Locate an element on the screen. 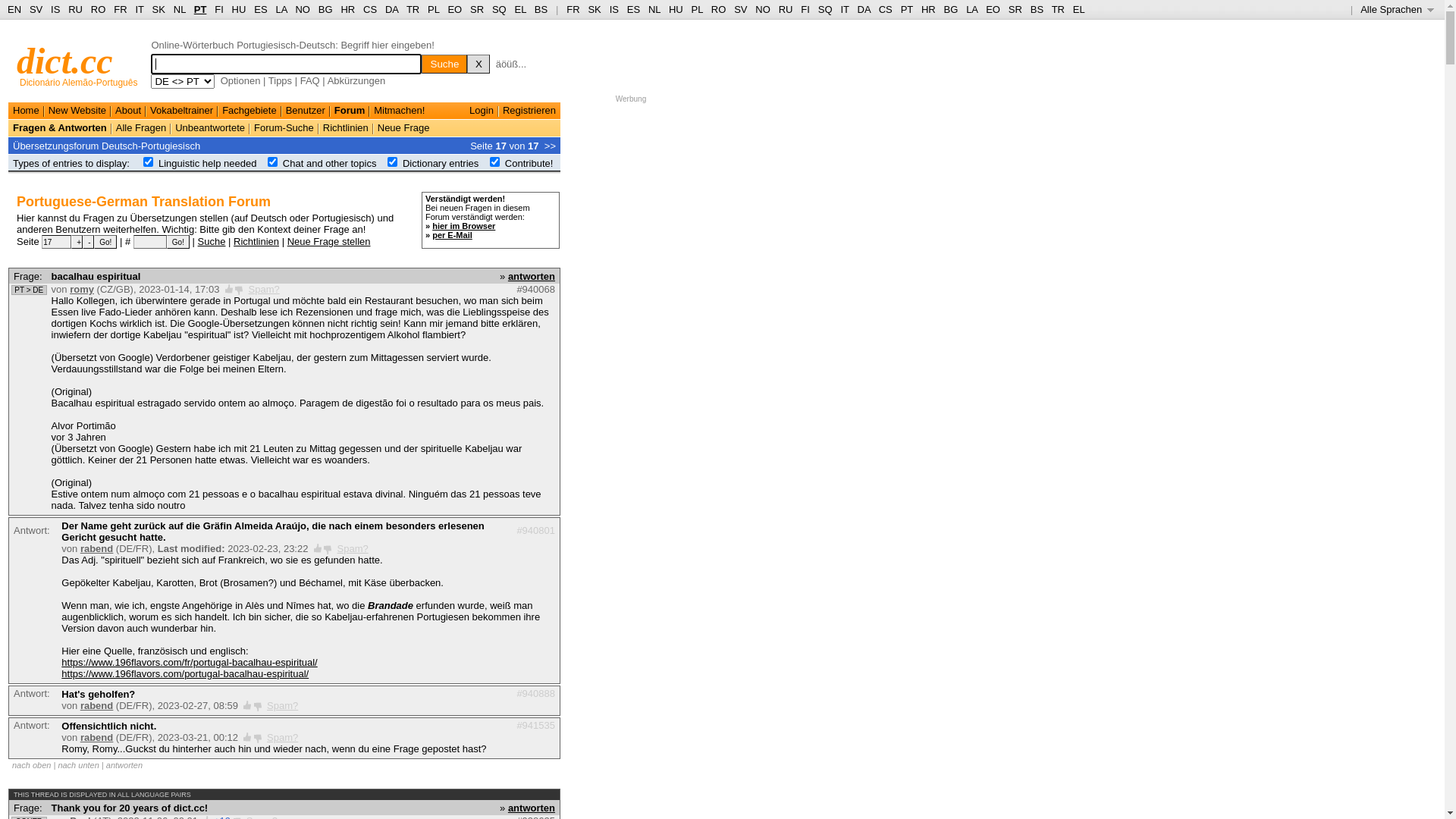  'CS' is located at coordinates (370, 9).